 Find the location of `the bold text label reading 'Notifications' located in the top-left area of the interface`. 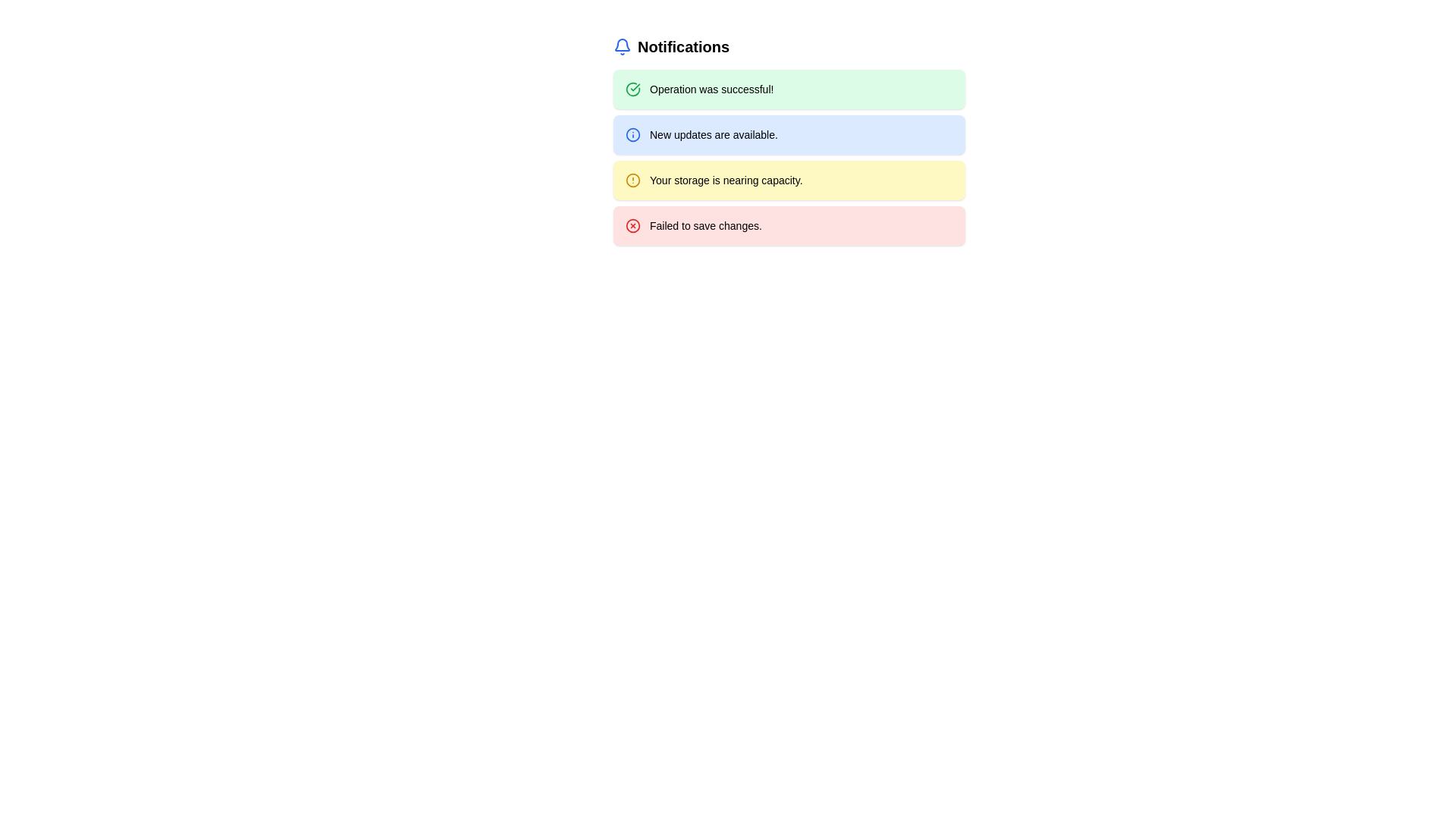

the bold text label reading 'Notifications' located in the top-left area of the interface is located at coordinates (682, 45).